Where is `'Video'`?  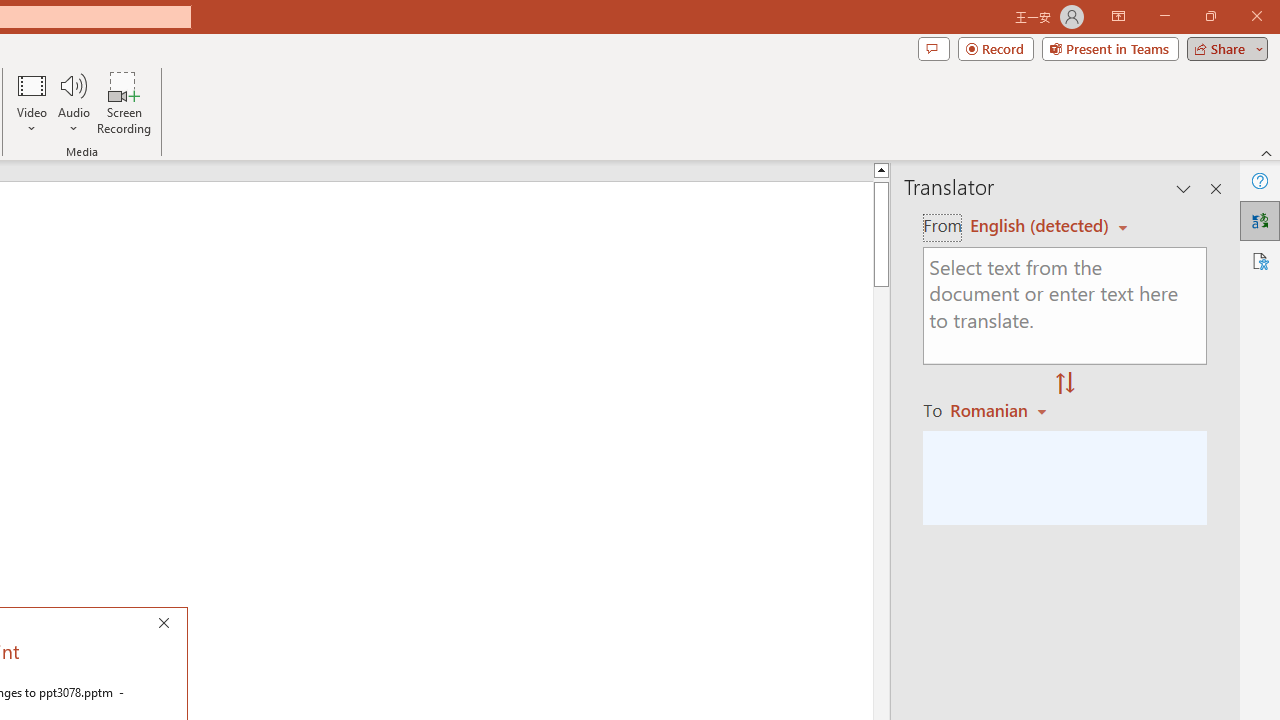 'Video' is located at coordinates (32, 103).